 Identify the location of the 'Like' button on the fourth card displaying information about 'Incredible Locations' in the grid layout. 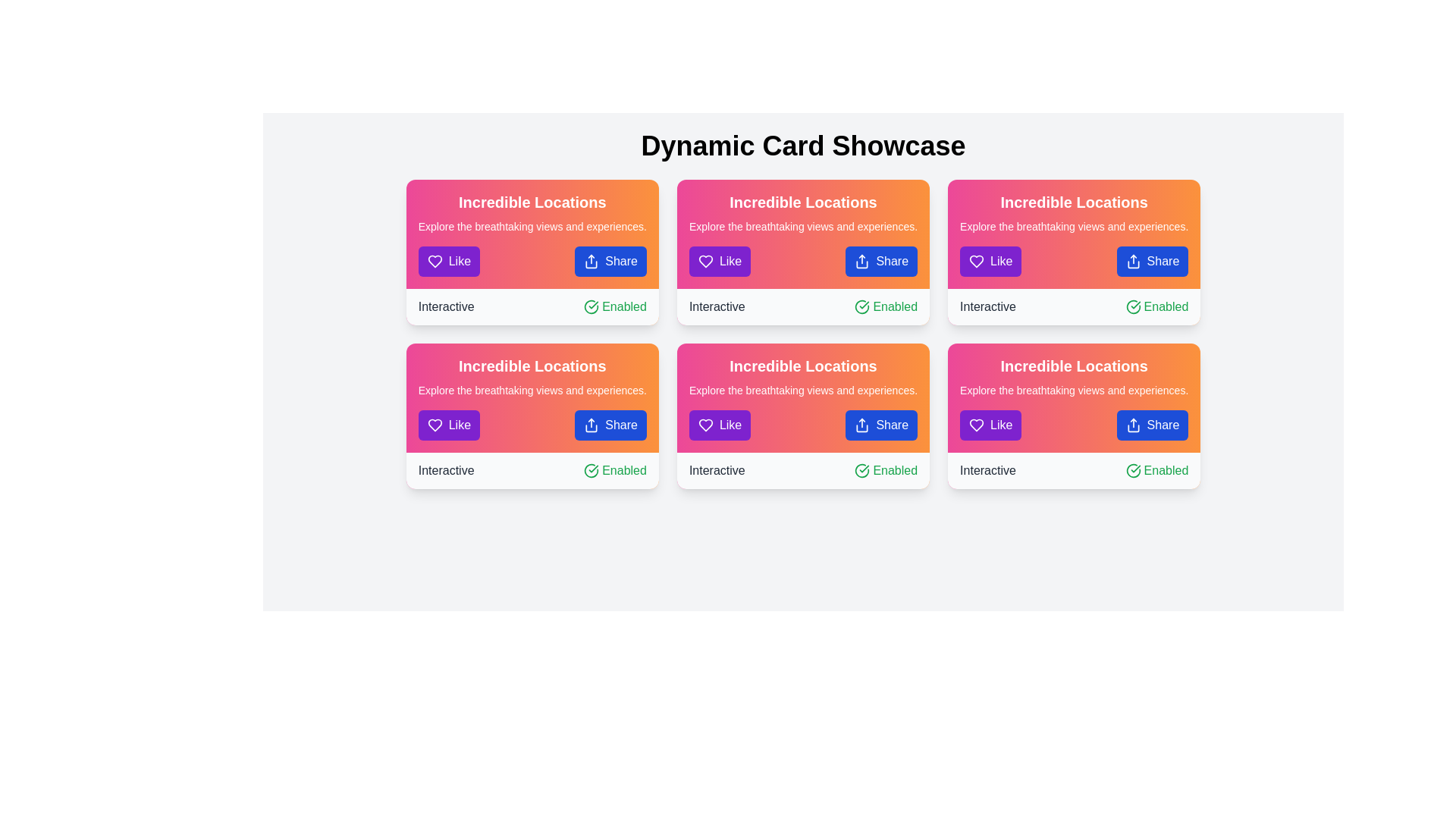
(532, 416).